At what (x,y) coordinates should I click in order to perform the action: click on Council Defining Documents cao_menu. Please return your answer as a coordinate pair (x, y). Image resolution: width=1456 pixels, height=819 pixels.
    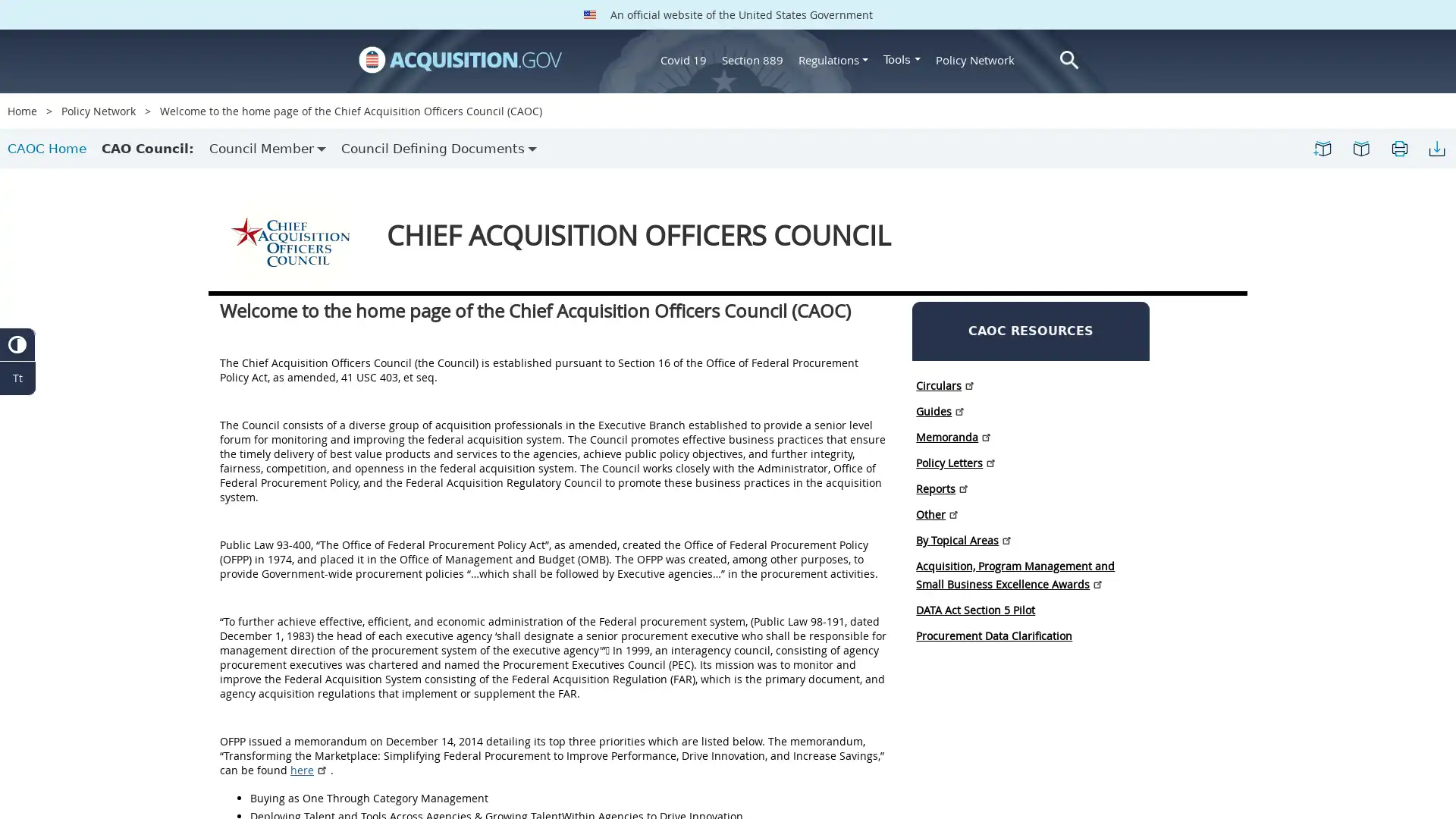
    Looking at the image, I should click on (438, 149).